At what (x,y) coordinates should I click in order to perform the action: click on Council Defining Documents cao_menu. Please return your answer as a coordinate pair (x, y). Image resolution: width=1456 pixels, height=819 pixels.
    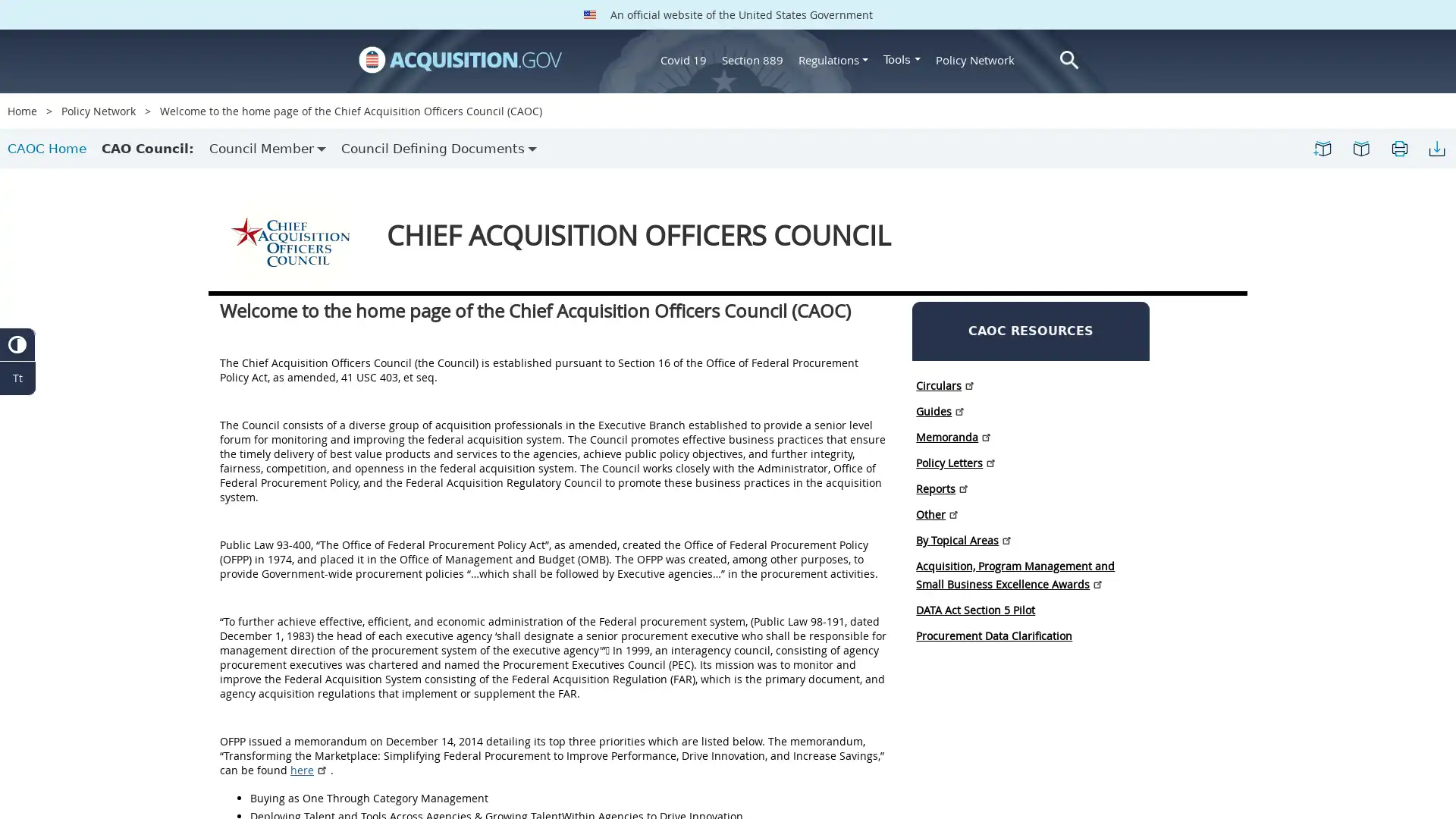
    Looking at the image, I should click on (438, 149).